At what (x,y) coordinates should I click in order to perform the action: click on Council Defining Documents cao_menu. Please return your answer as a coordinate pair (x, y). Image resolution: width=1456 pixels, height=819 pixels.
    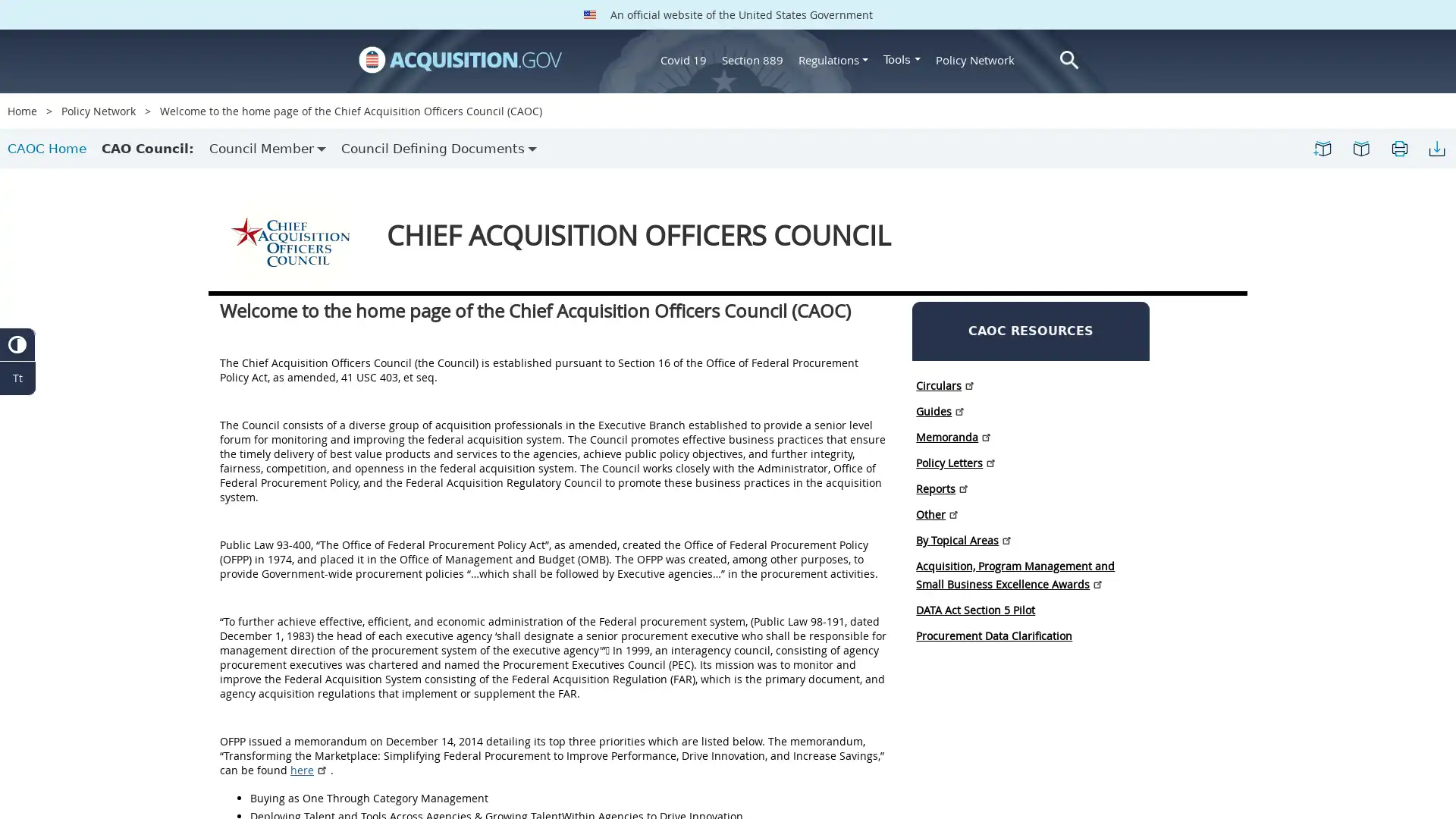
    Looking at the image, I should click on (438, 149).